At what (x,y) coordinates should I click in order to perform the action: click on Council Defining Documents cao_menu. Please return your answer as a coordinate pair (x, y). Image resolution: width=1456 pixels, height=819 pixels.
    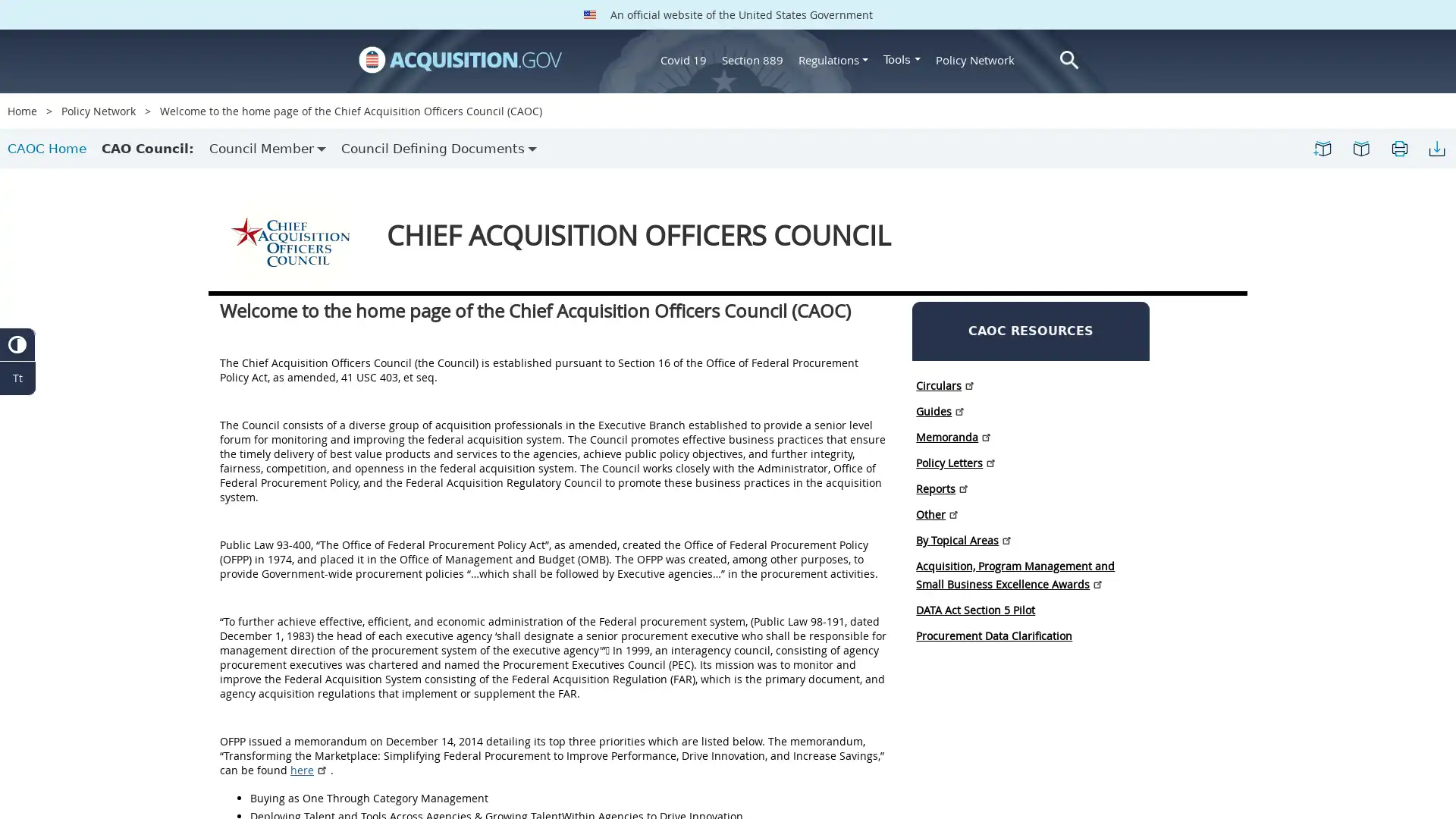
    Looking at the image, I should click on (438, 149).